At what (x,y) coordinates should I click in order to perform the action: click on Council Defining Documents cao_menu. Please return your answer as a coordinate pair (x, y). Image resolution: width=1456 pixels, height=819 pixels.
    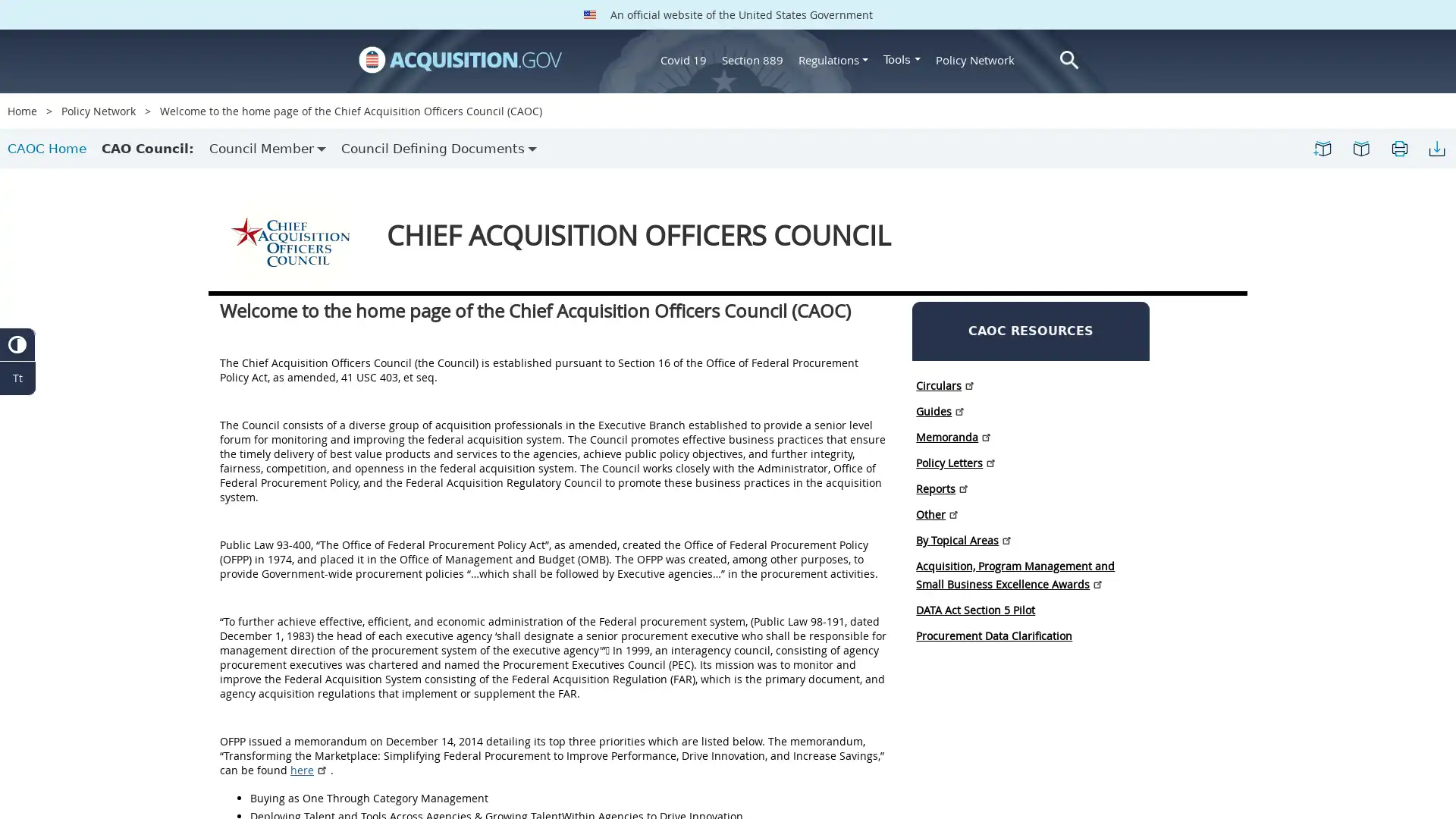
    Looking at the image, I should click on (438, 149).